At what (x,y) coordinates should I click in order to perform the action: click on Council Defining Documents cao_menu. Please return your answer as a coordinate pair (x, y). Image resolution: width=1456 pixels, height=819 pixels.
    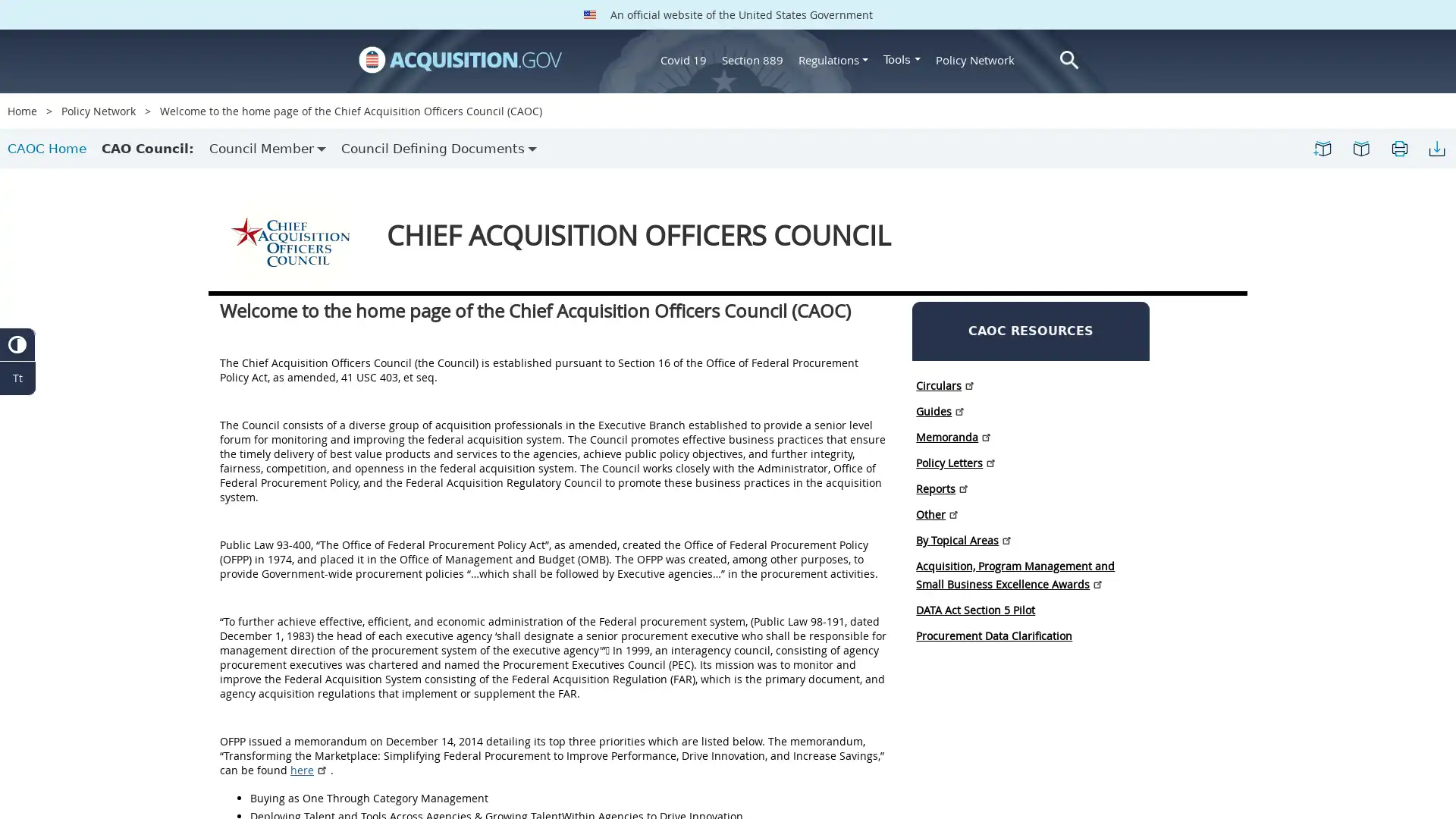
    Looking at the image, I should click on (438, 149).